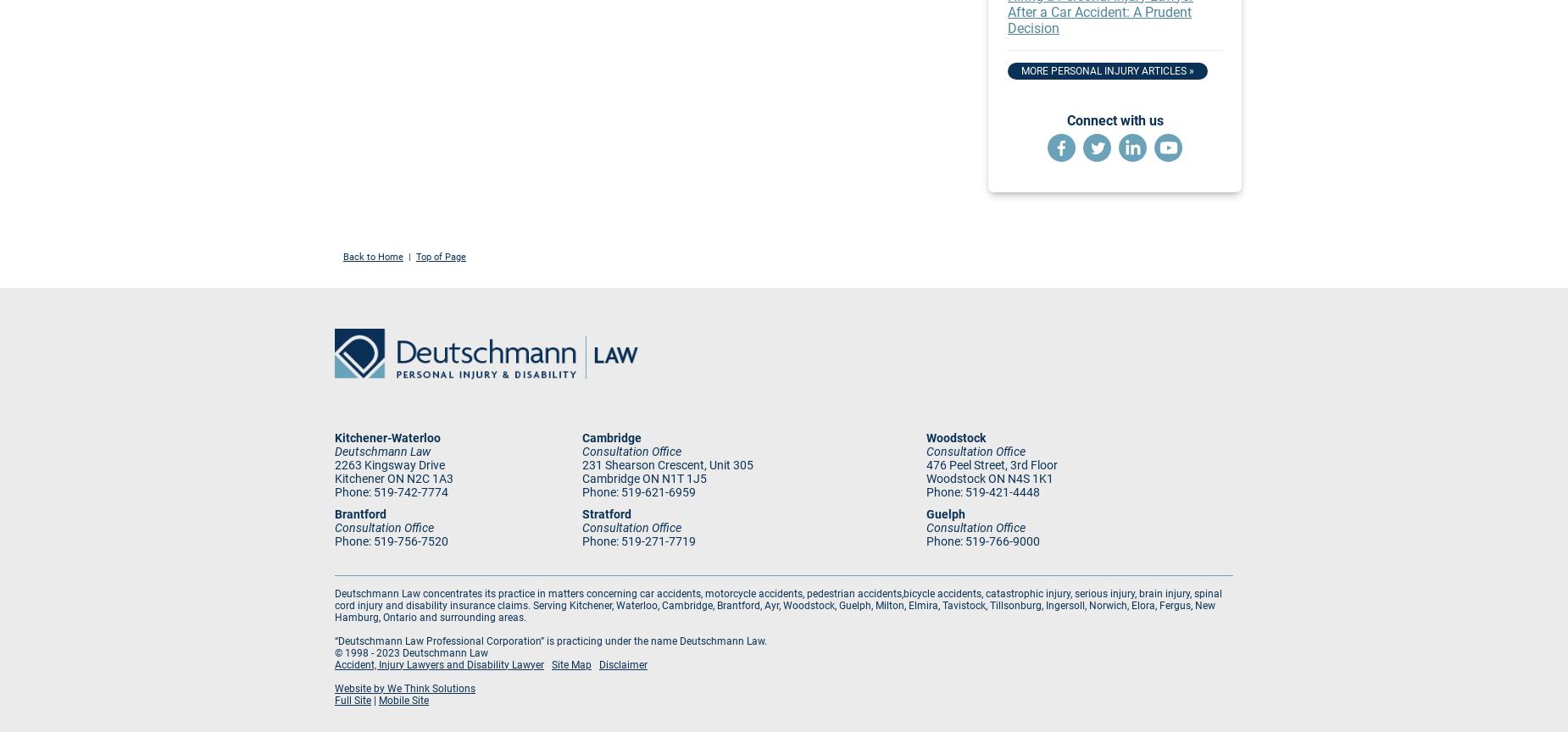 The image size is (1568, 732). What do you see at coordinates (420, 491) in the screenshot?
I see `'-742-7774'` at bounding box center [420, 491].